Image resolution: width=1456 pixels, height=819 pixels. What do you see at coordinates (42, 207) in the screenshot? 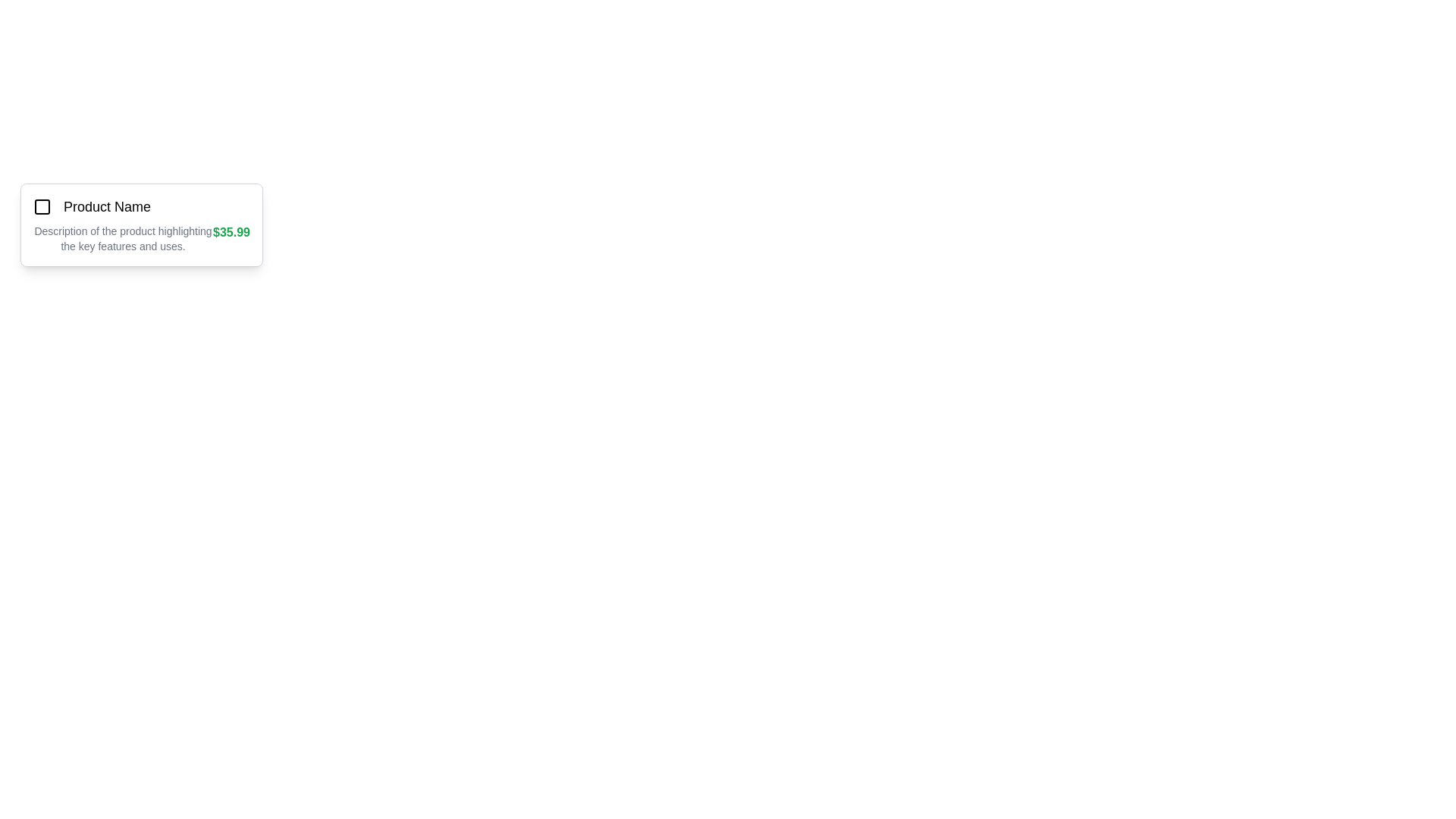
I see `the square-shaped icon with a black border and a hollow center, located to the left of the text 'Product Name'` at bounding box center [42, 207].